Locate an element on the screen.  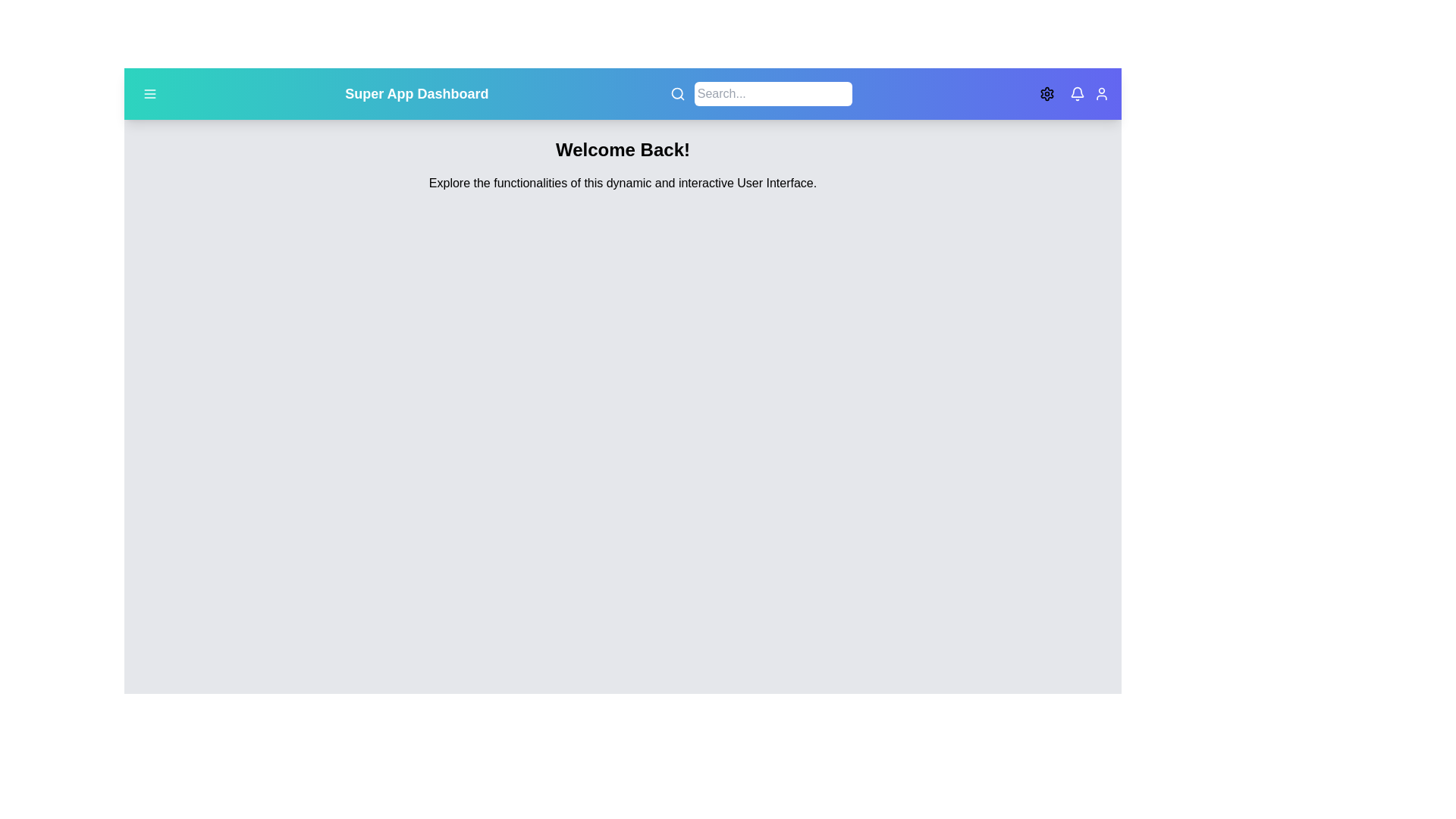
the menu button located at the top-left corner of the app bar is located at coordinates (149, 93).